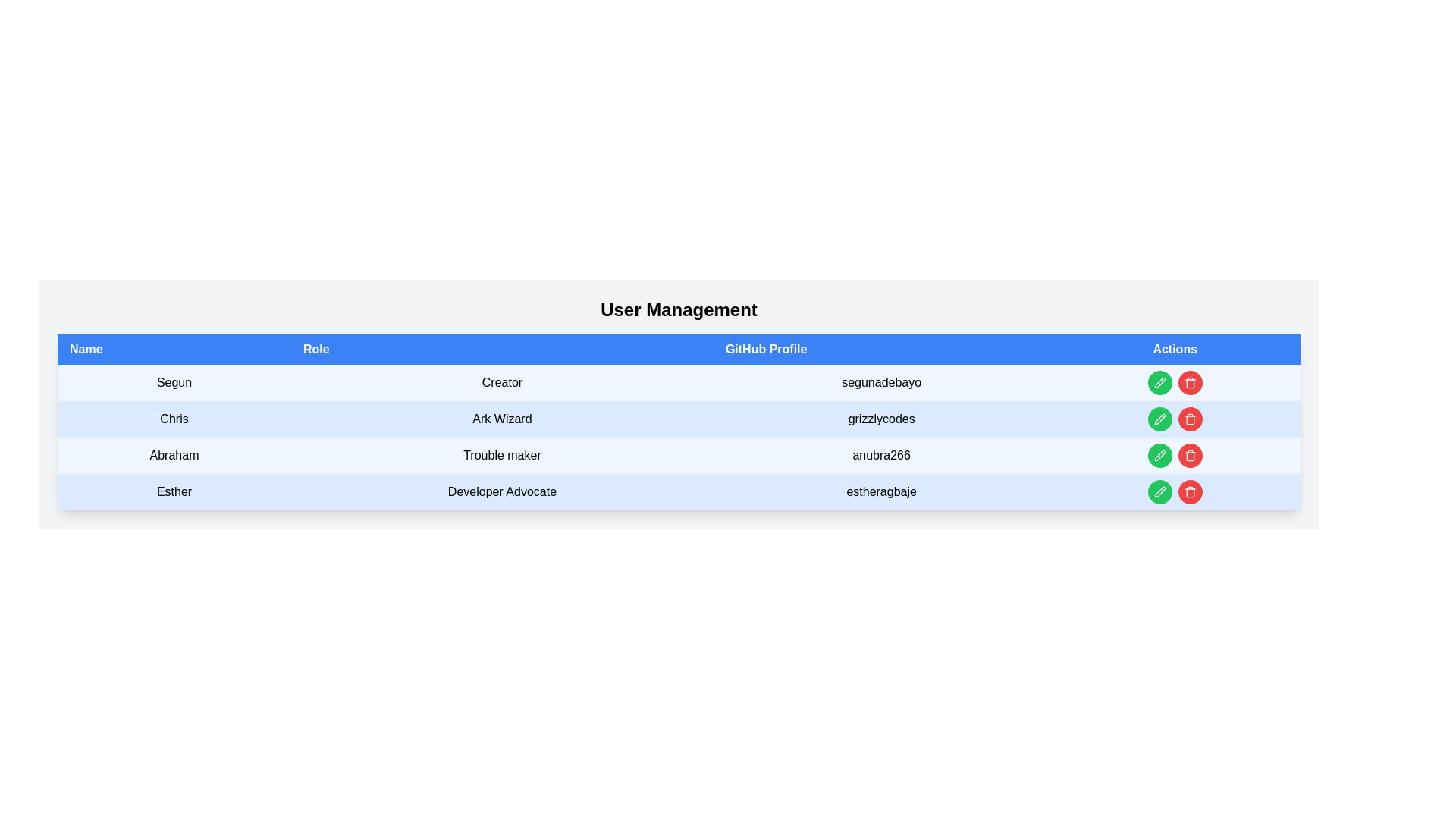 This screenshot has width=1456, height=819. Describe the element at coordinates (1174, 455) in the screenshot. I see `the green button in the Actions column for the user 'Abraham'` at that location.